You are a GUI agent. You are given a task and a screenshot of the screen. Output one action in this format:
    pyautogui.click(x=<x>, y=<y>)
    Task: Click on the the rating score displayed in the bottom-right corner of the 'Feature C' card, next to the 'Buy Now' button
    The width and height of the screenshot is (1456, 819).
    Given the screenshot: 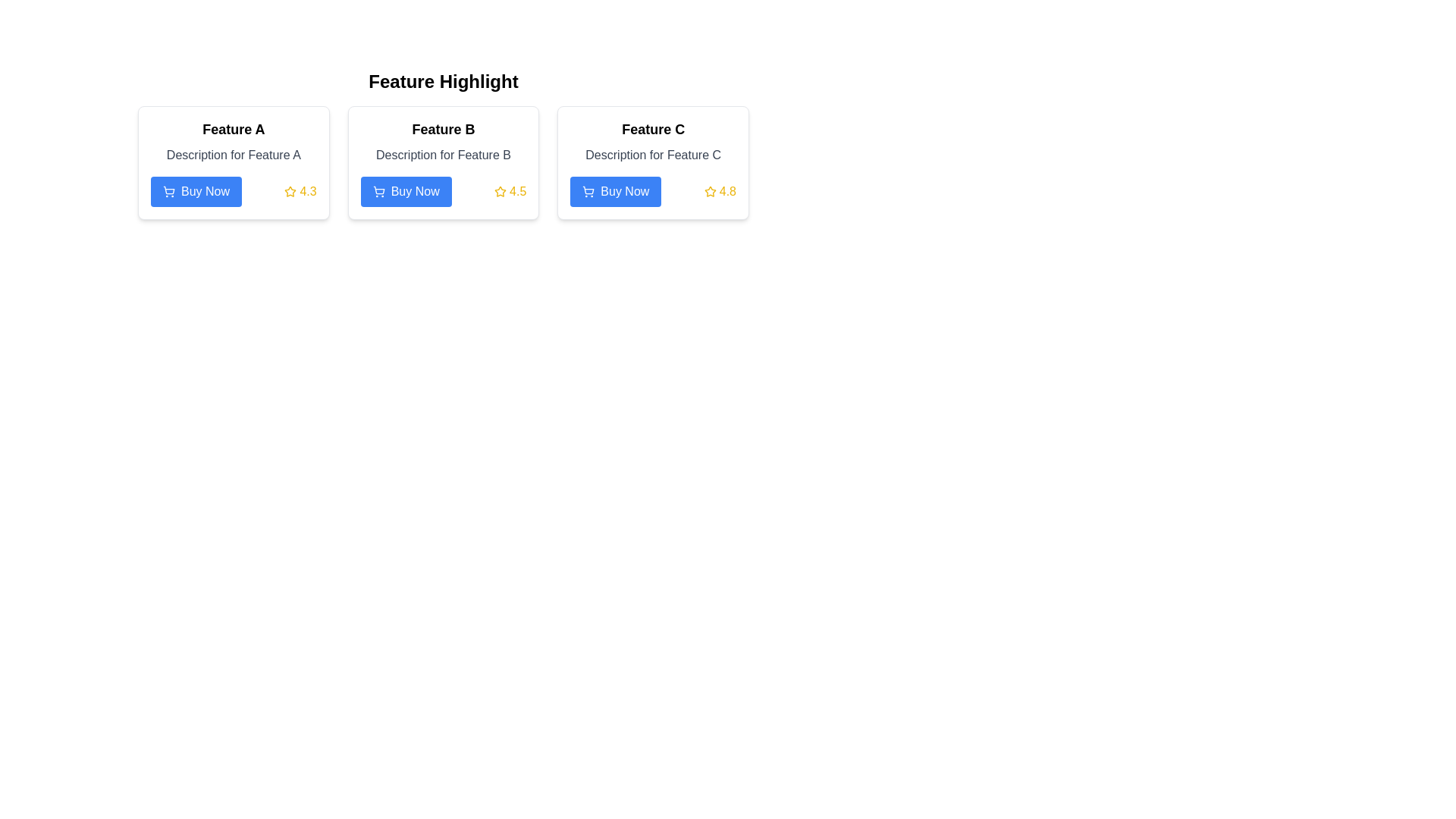 What is the action you would take?
    pyautogui.click(x=719, y=191)
    